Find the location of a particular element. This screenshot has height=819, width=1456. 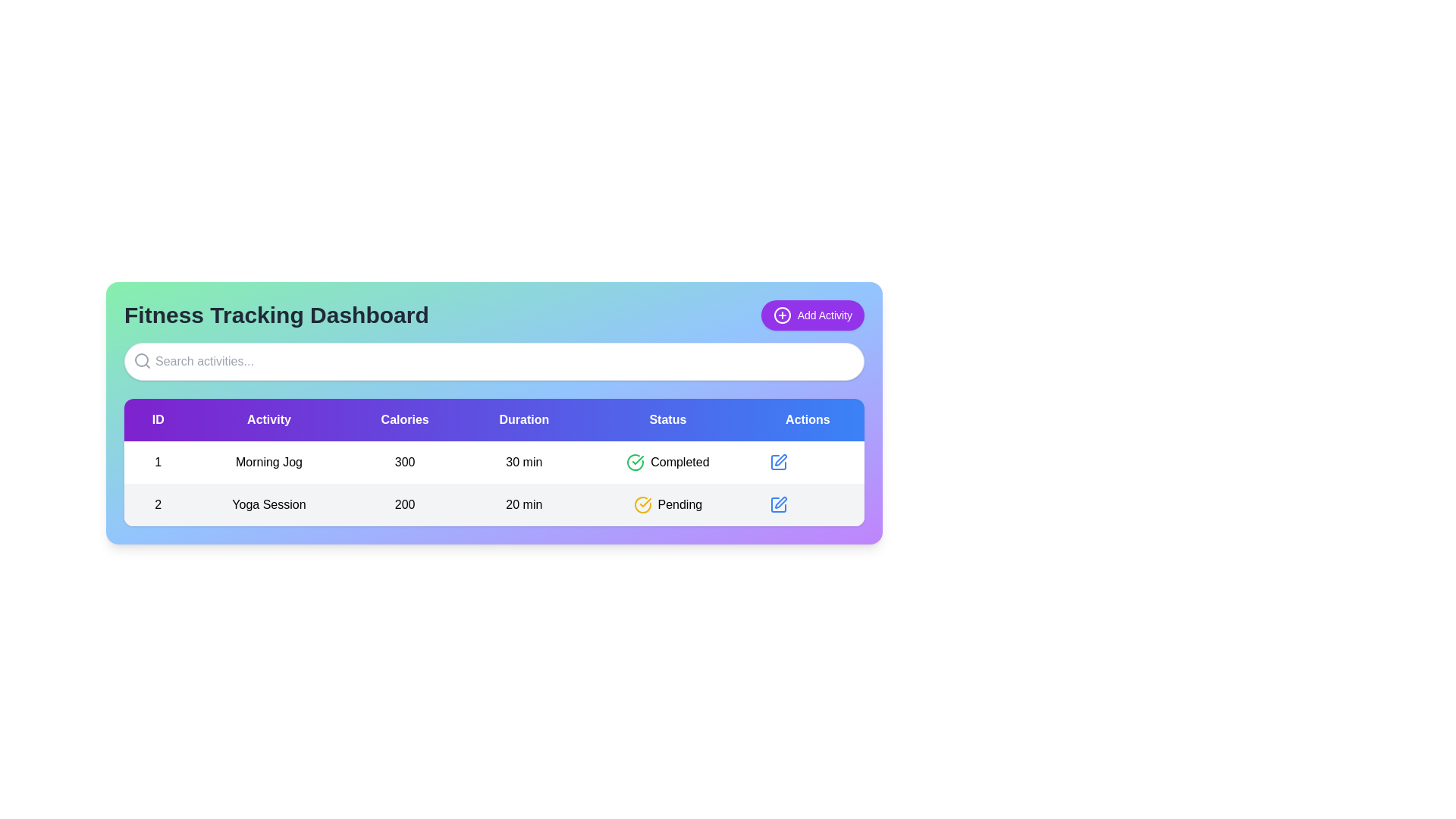

the editing button in the 'Actions' column of the second row of the fitness tracking dashboard table, which corresponds to the 'Yoga Session' row is located at coordinates (778, 461).